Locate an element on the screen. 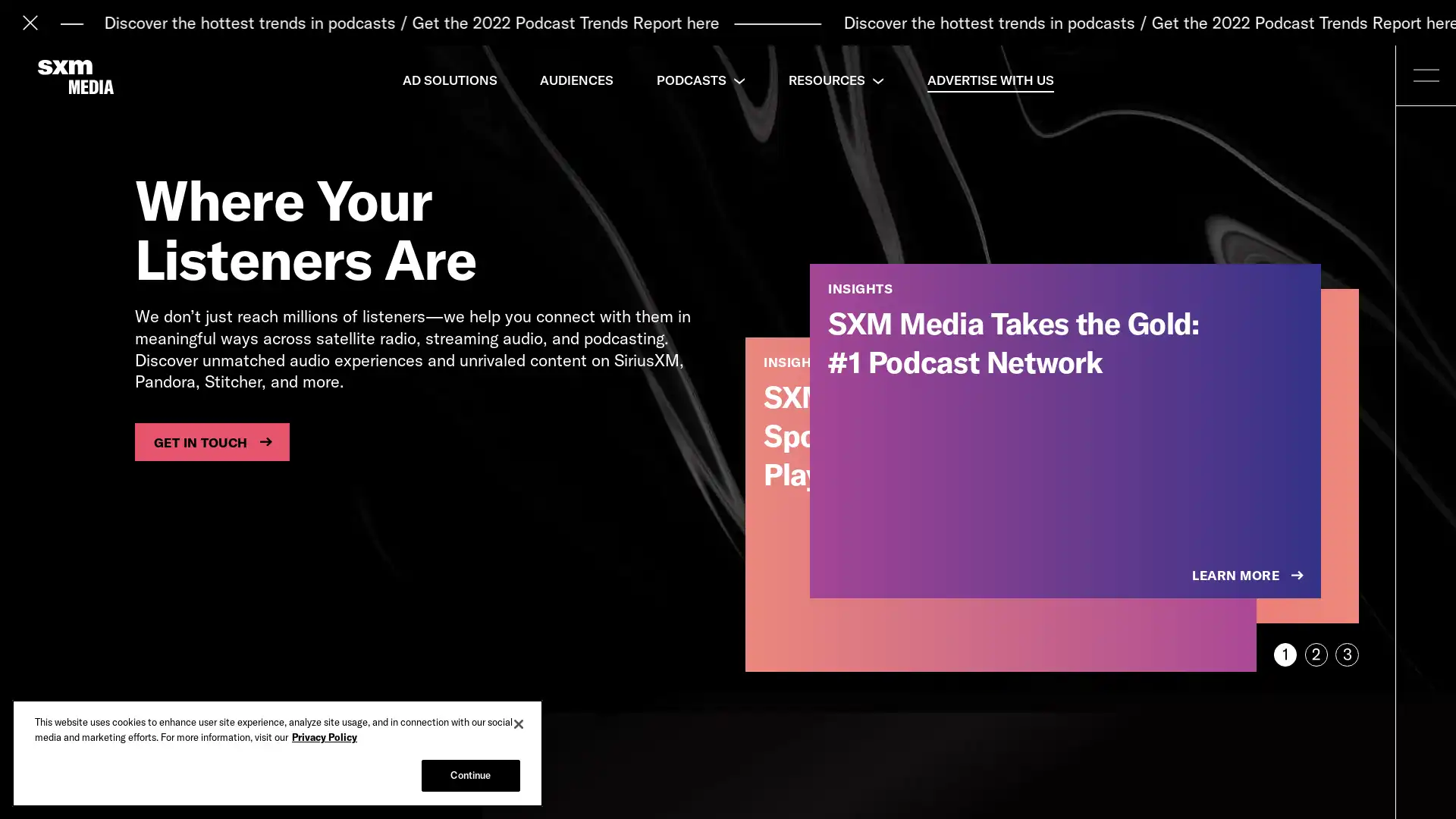  1 is located at coordinates (1284, 654).